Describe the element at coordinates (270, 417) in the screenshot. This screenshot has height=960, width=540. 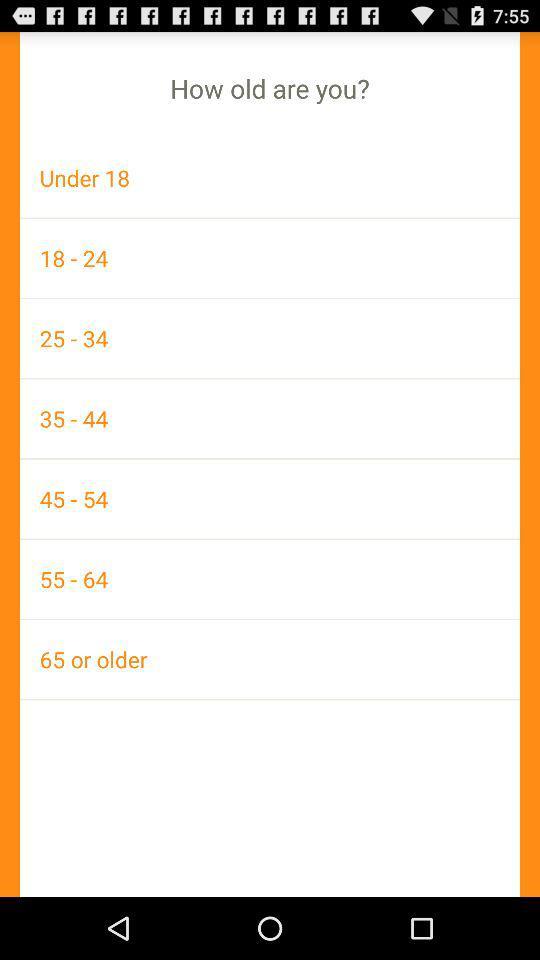
I see `the icon below the 25 - 34 app` at that location.